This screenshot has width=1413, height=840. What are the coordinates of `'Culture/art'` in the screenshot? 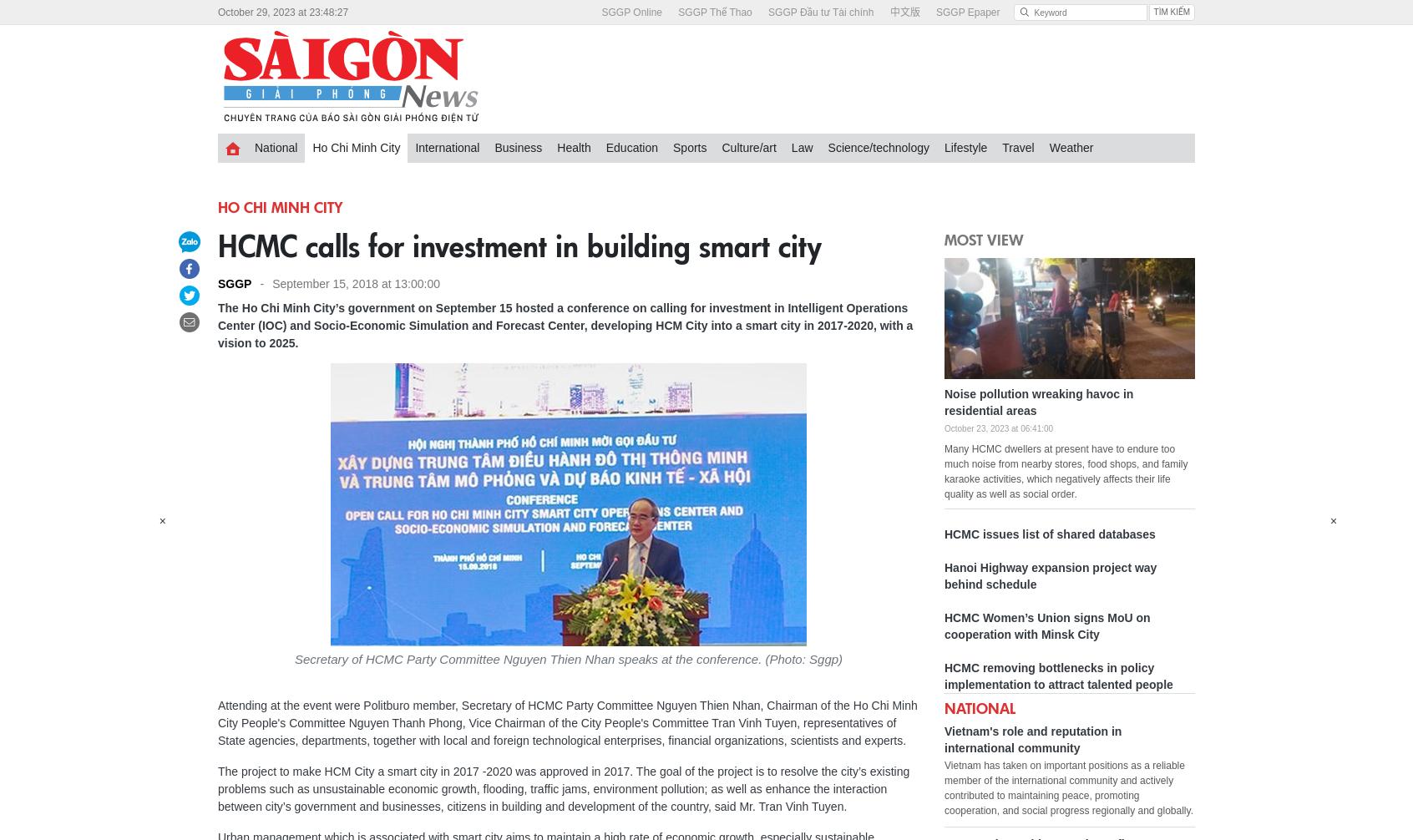 It's located at (747, 147).